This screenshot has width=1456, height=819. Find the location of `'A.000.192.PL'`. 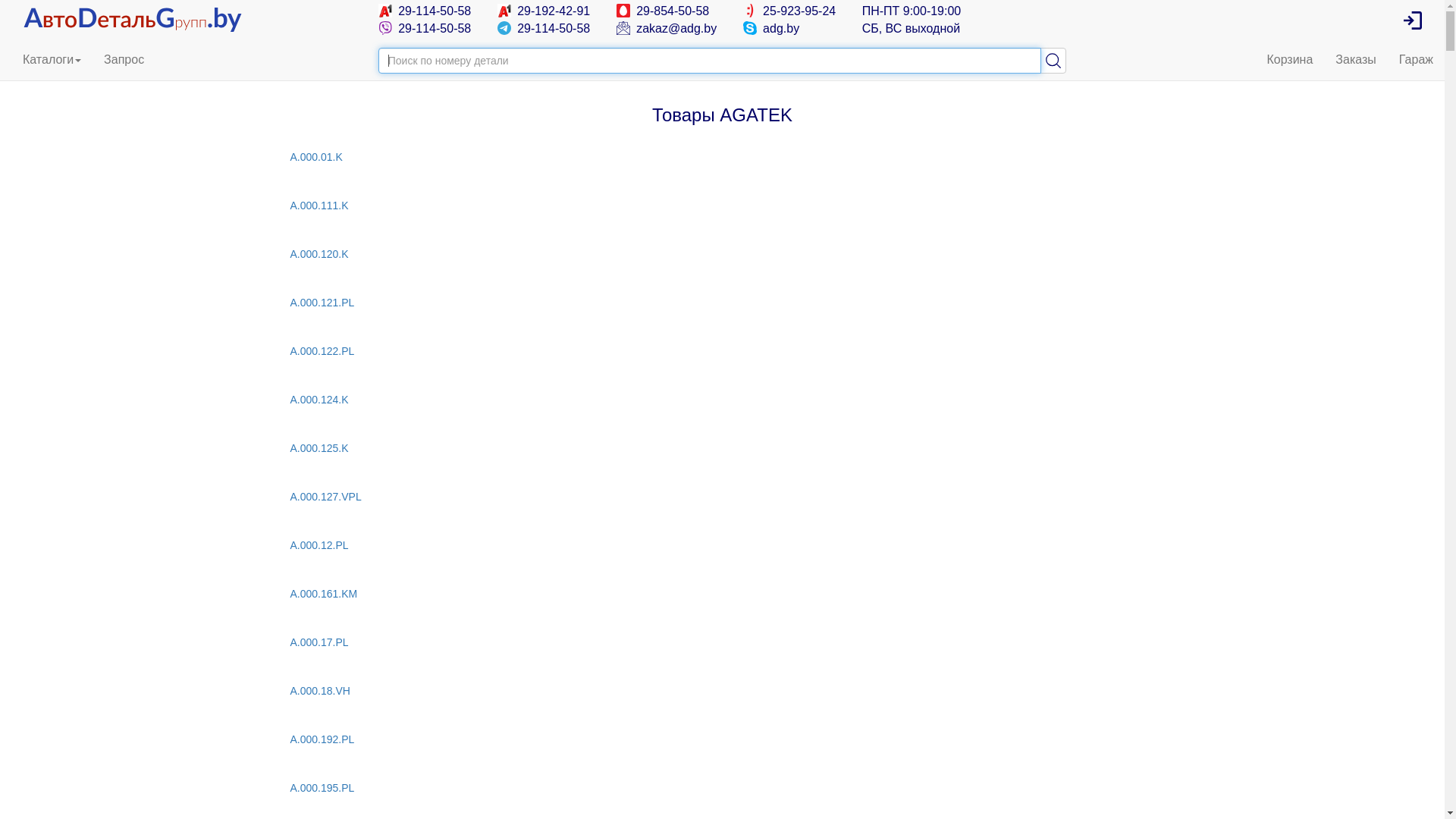

'A.000.192.PL' is located at coordinates (720, 739).